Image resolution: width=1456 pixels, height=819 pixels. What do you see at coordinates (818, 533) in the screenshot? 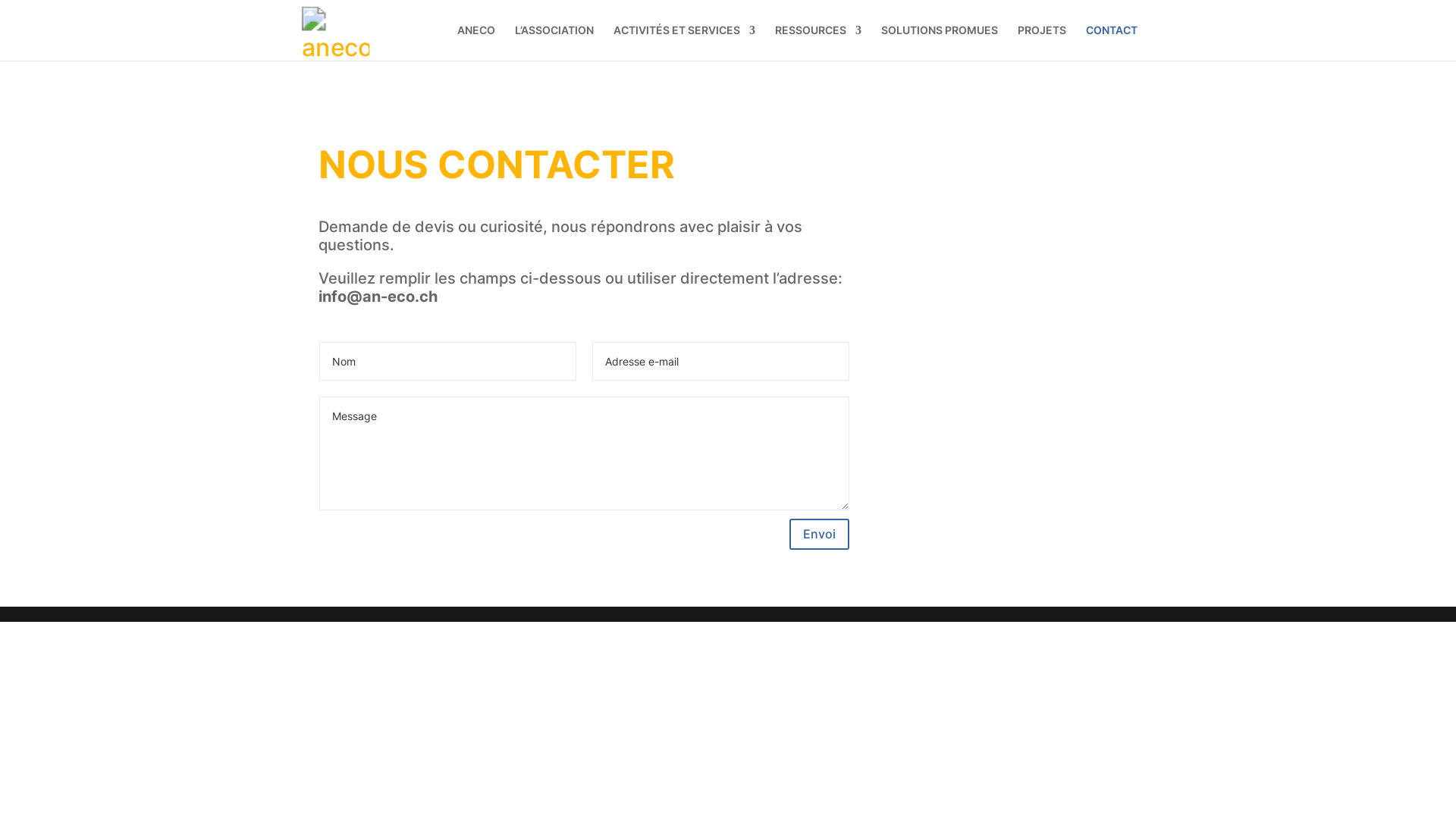
I see `'Envoi'` at bounding box center [818, 533].